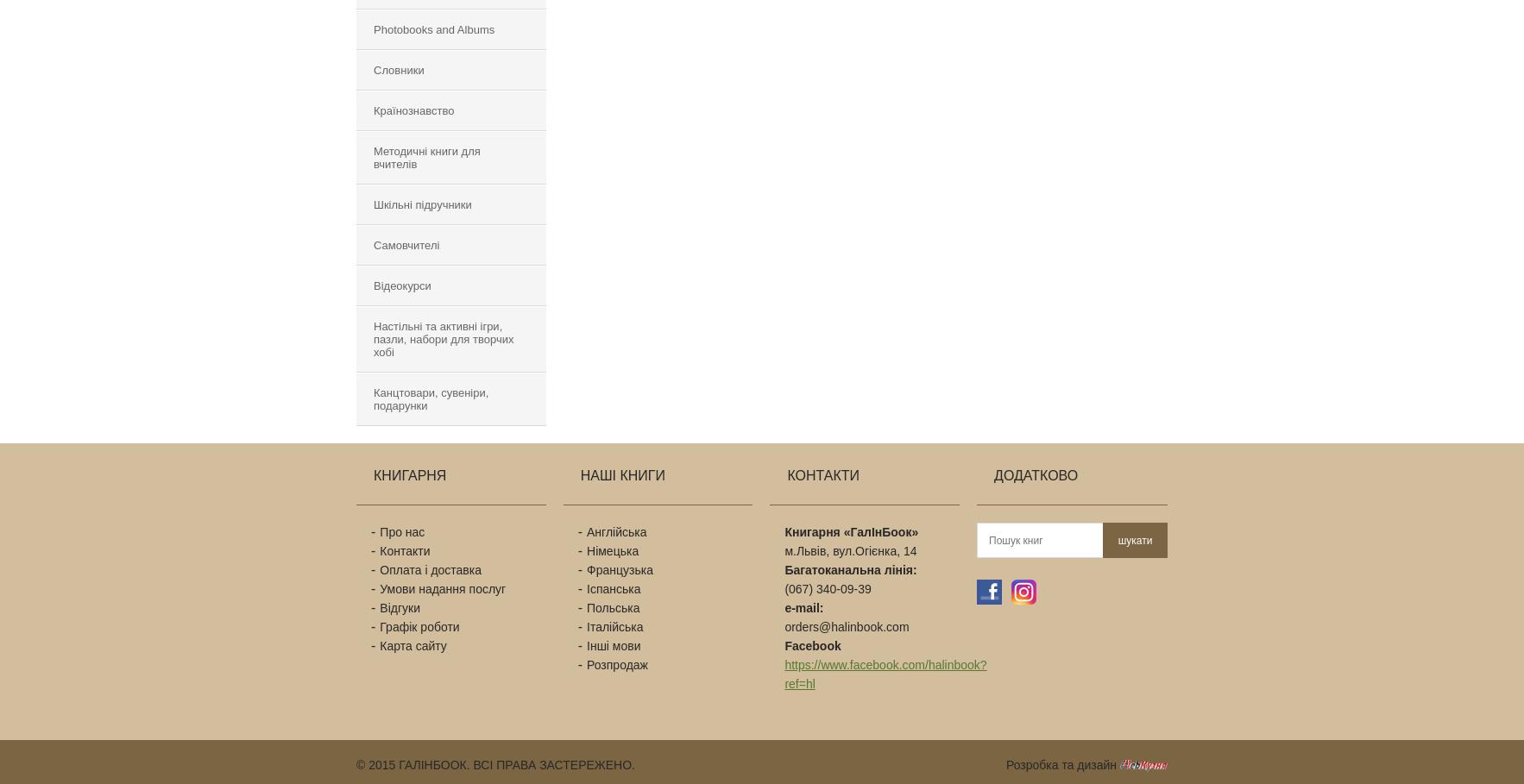  I want to click on 'https://www.facebook.com/halinbook?ref=hl', so click(885, 674).